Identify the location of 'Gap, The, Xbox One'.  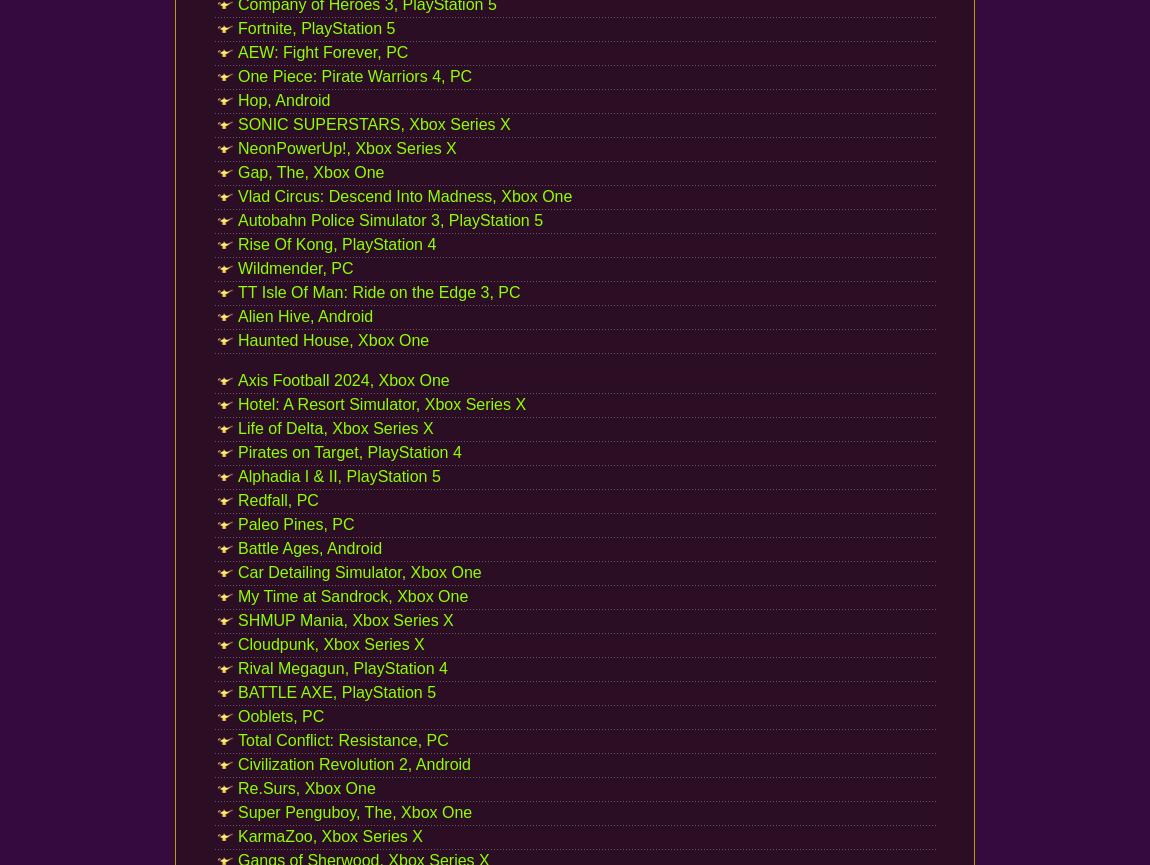
(237, 171).